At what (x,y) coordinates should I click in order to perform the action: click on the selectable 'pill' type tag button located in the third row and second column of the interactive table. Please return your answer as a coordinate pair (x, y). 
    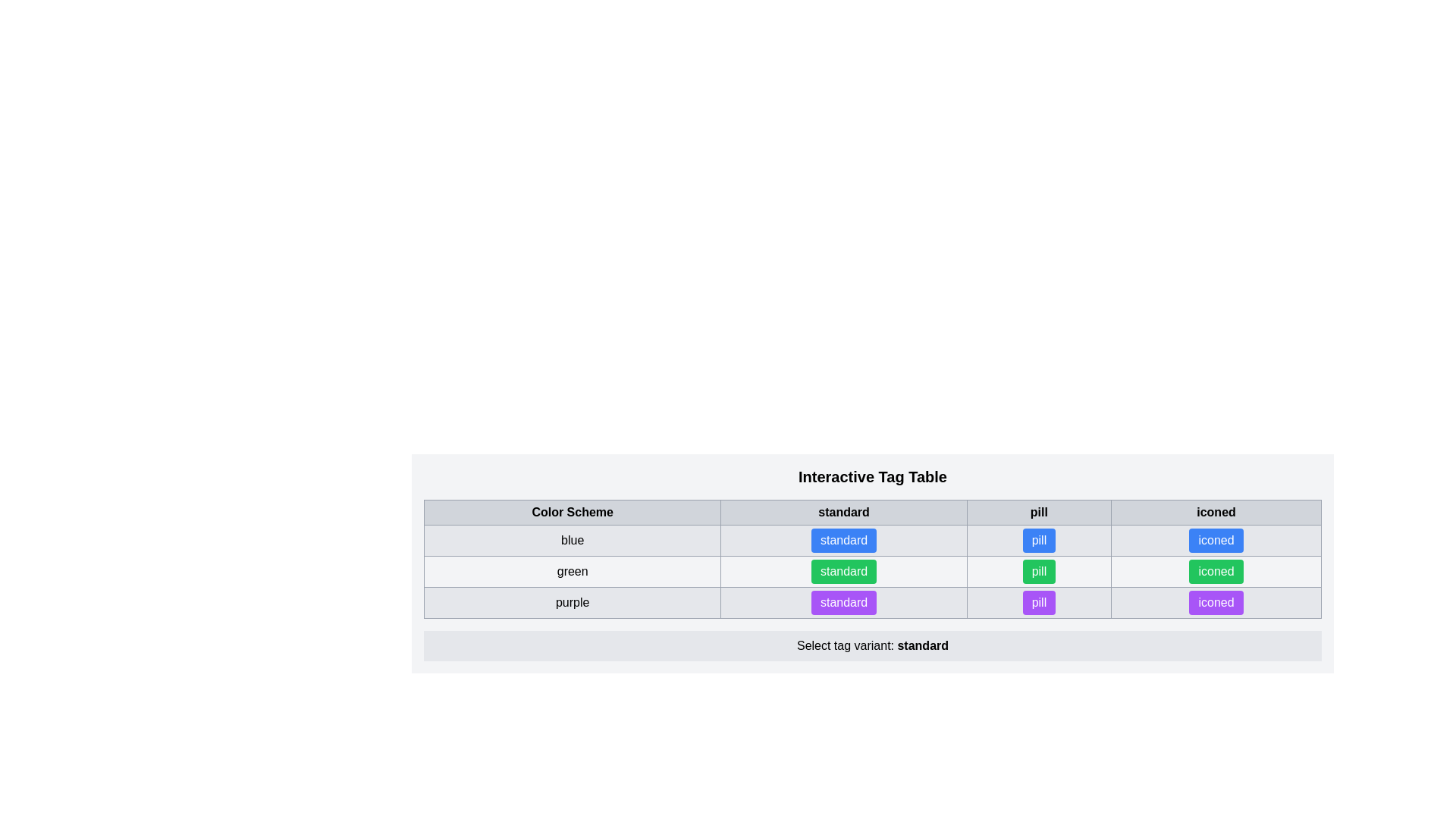
    Looking at the image, I should click on (1038, 601).